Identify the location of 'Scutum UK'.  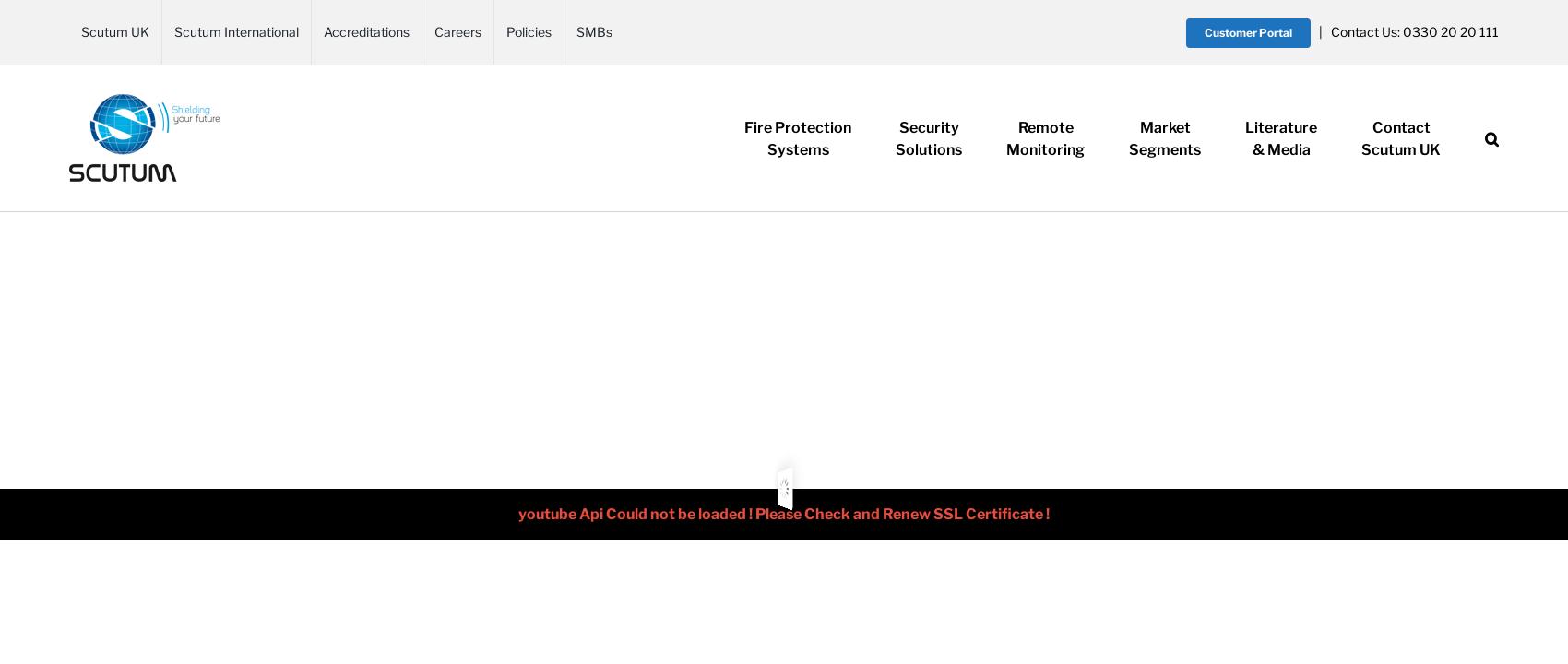
(1400, 148).